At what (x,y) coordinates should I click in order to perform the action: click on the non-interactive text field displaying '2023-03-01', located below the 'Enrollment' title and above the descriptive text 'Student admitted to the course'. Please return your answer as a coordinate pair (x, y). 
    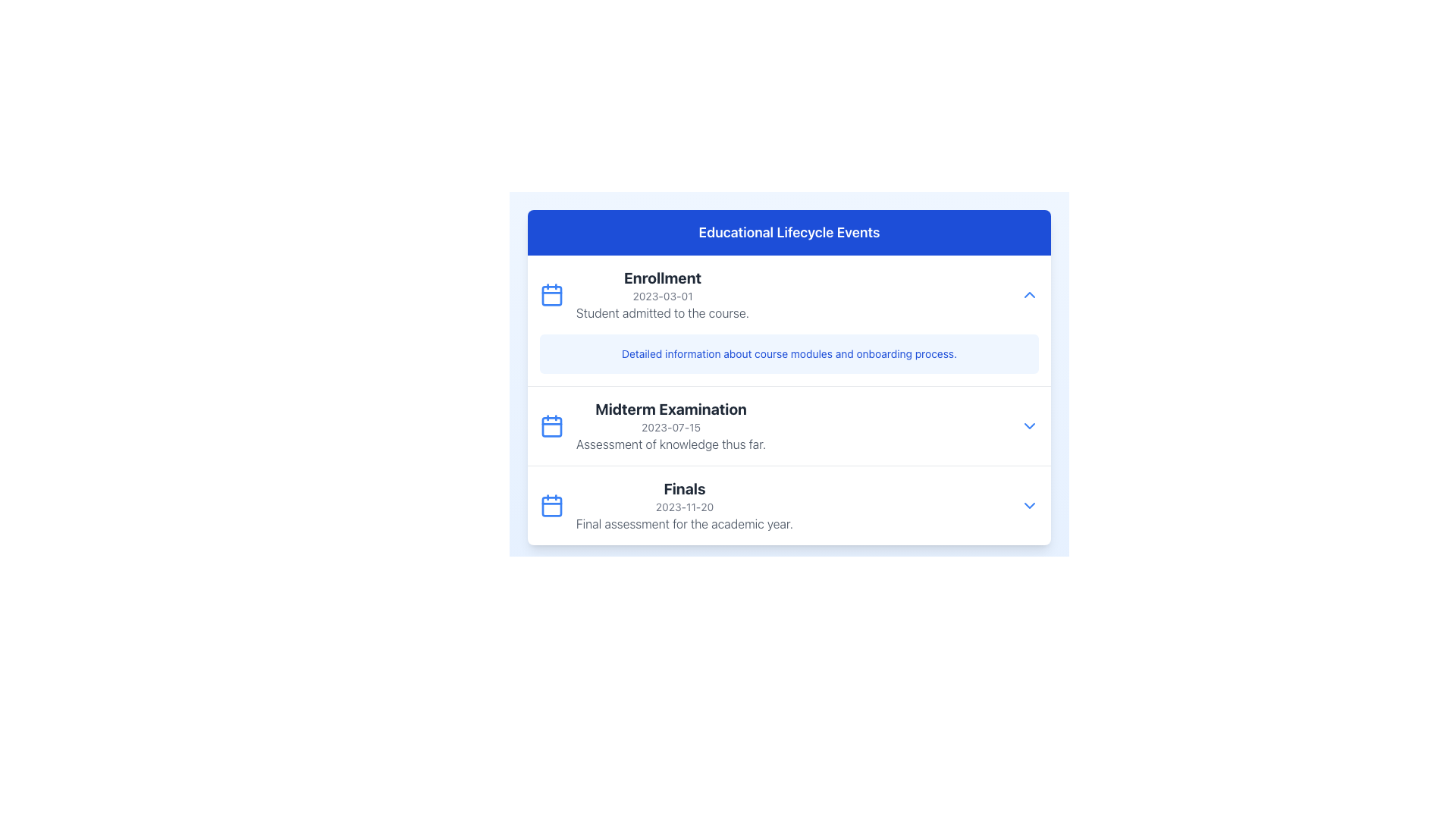
    Looking at the image, I should click on (662, 296).